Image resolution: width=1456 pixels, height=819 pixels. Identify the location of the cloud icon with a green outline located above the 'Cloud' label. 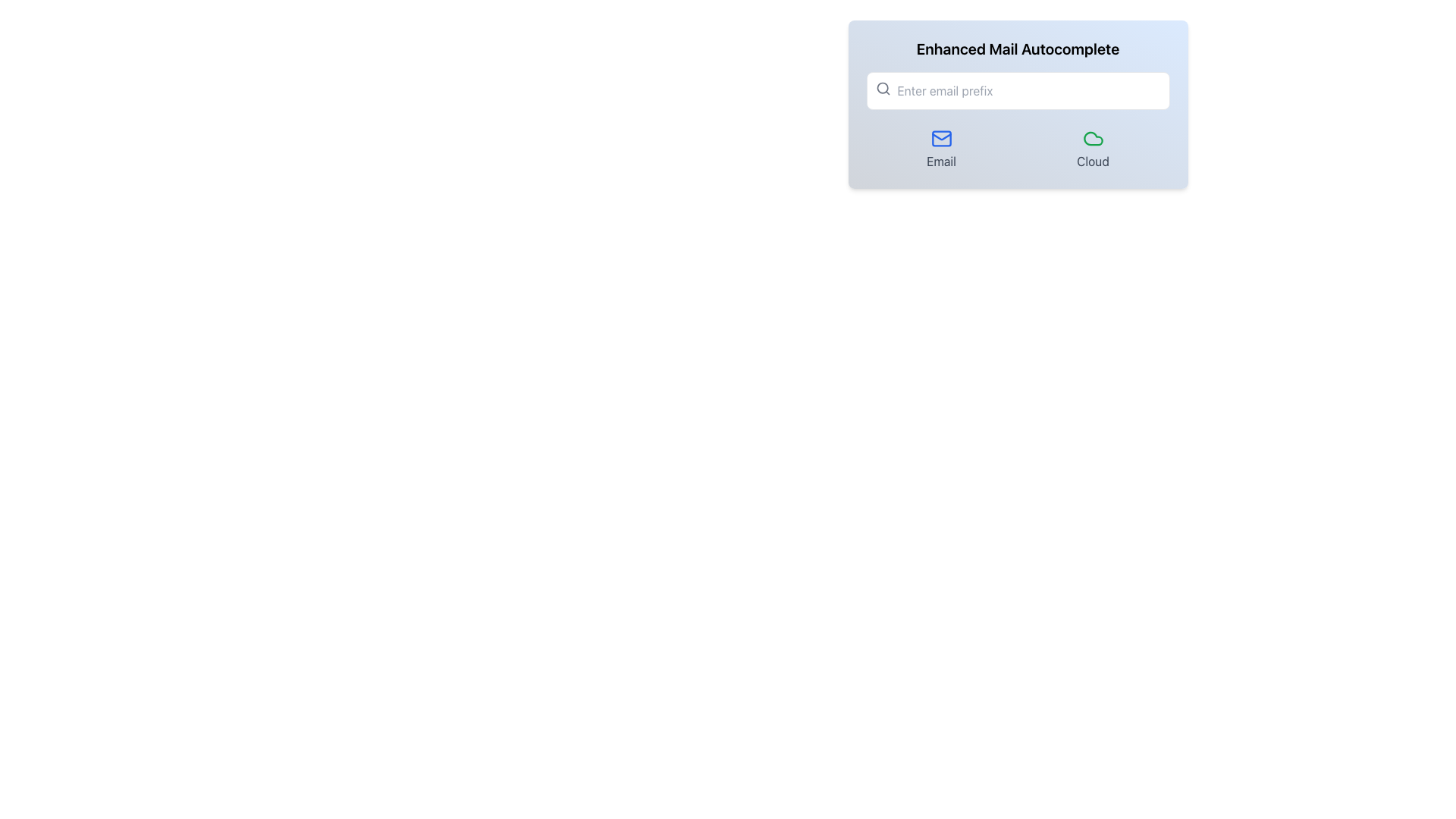
(1093, 138).